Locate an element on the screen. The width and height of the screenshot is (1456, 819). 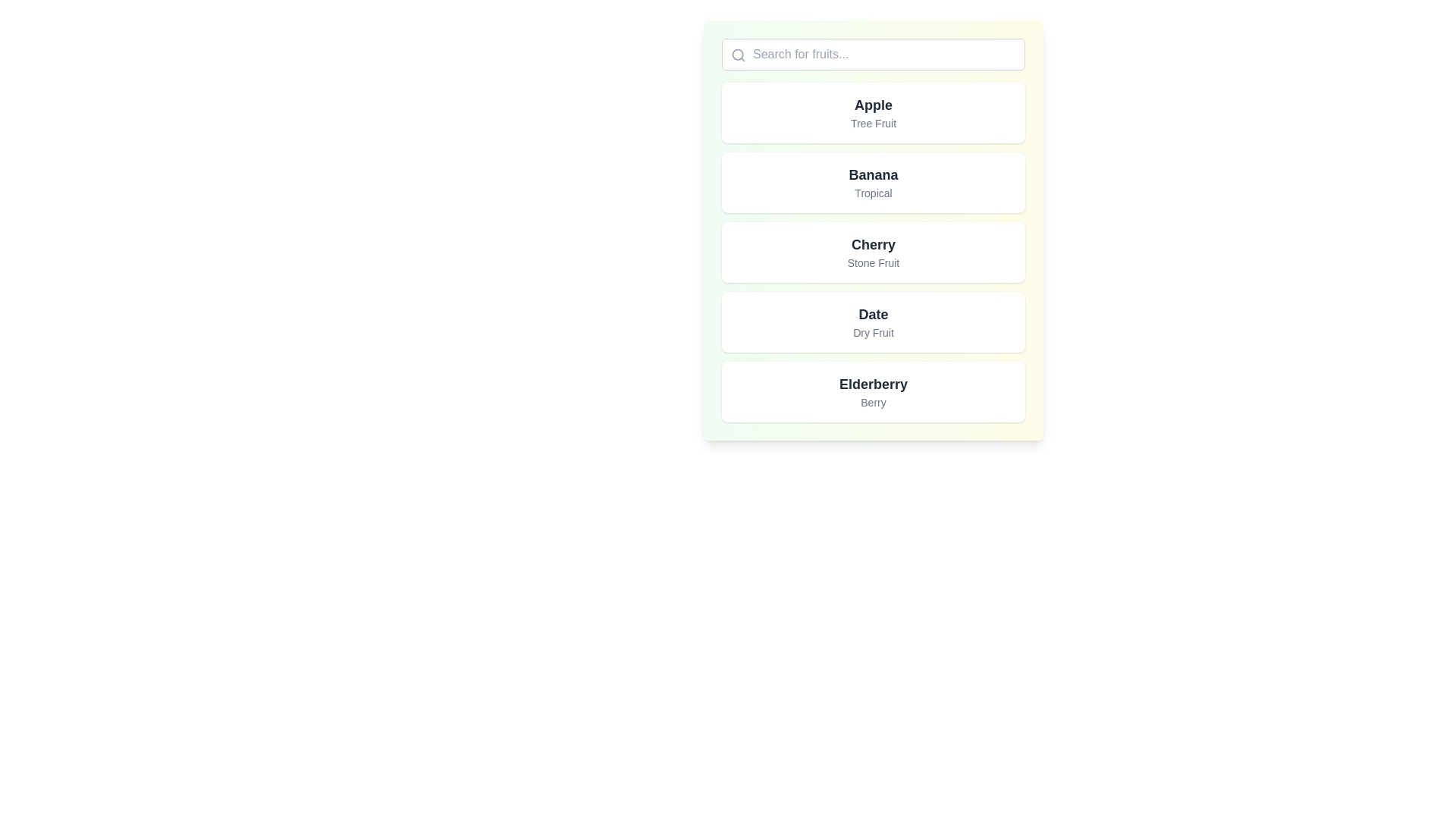
the descriptive text label providing additional details about the fruit 'Banana', which is the second text component in the card representing 'Banana' is located at coordinates (874, 192).